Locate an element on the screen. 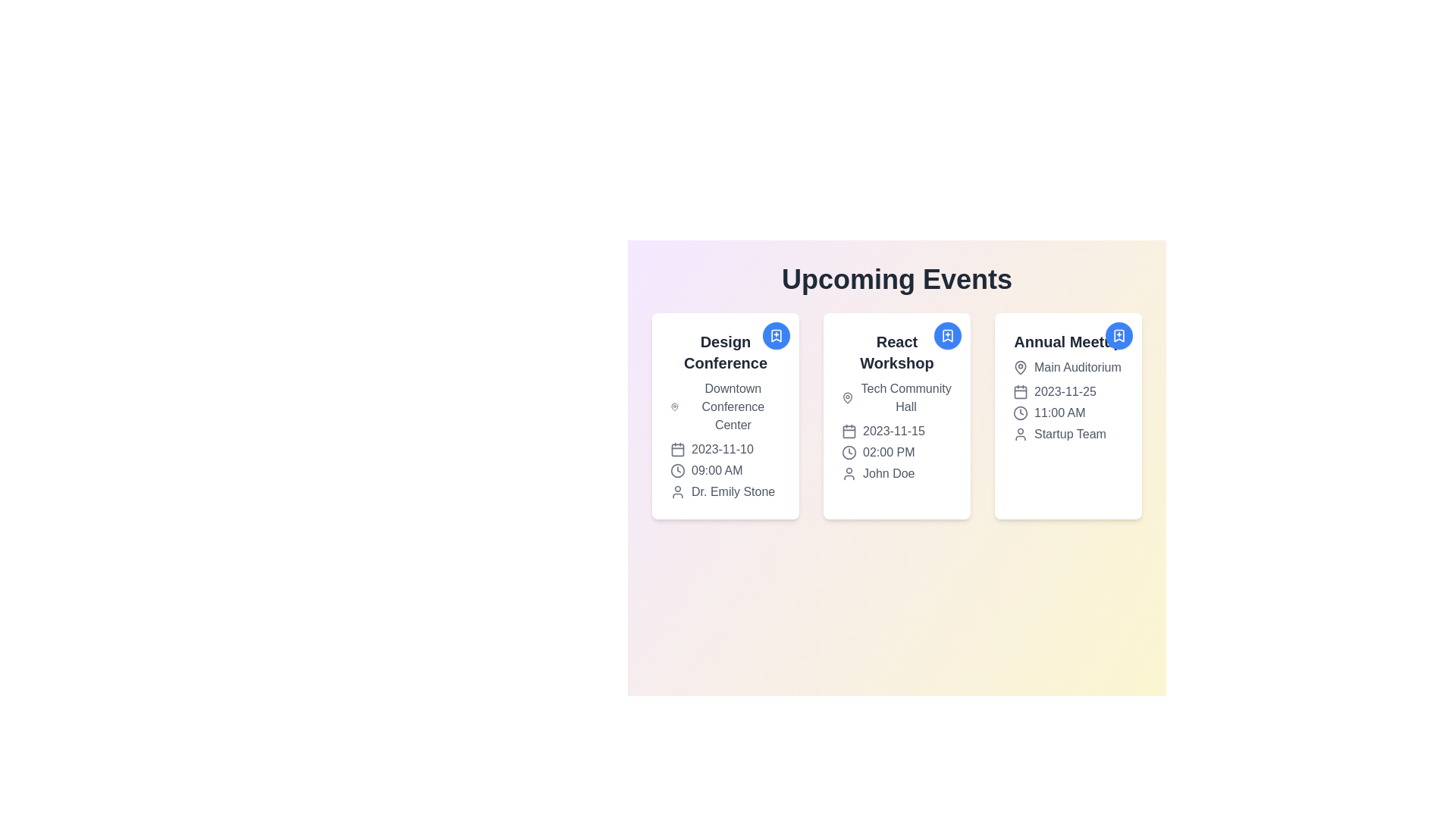 The height and width of the screenshot is (819, 1456). the bookmark icon located in the top-right corner of the React Workshop card to bookmark the event for easy retrieval later is located at coordinates (946, 335).